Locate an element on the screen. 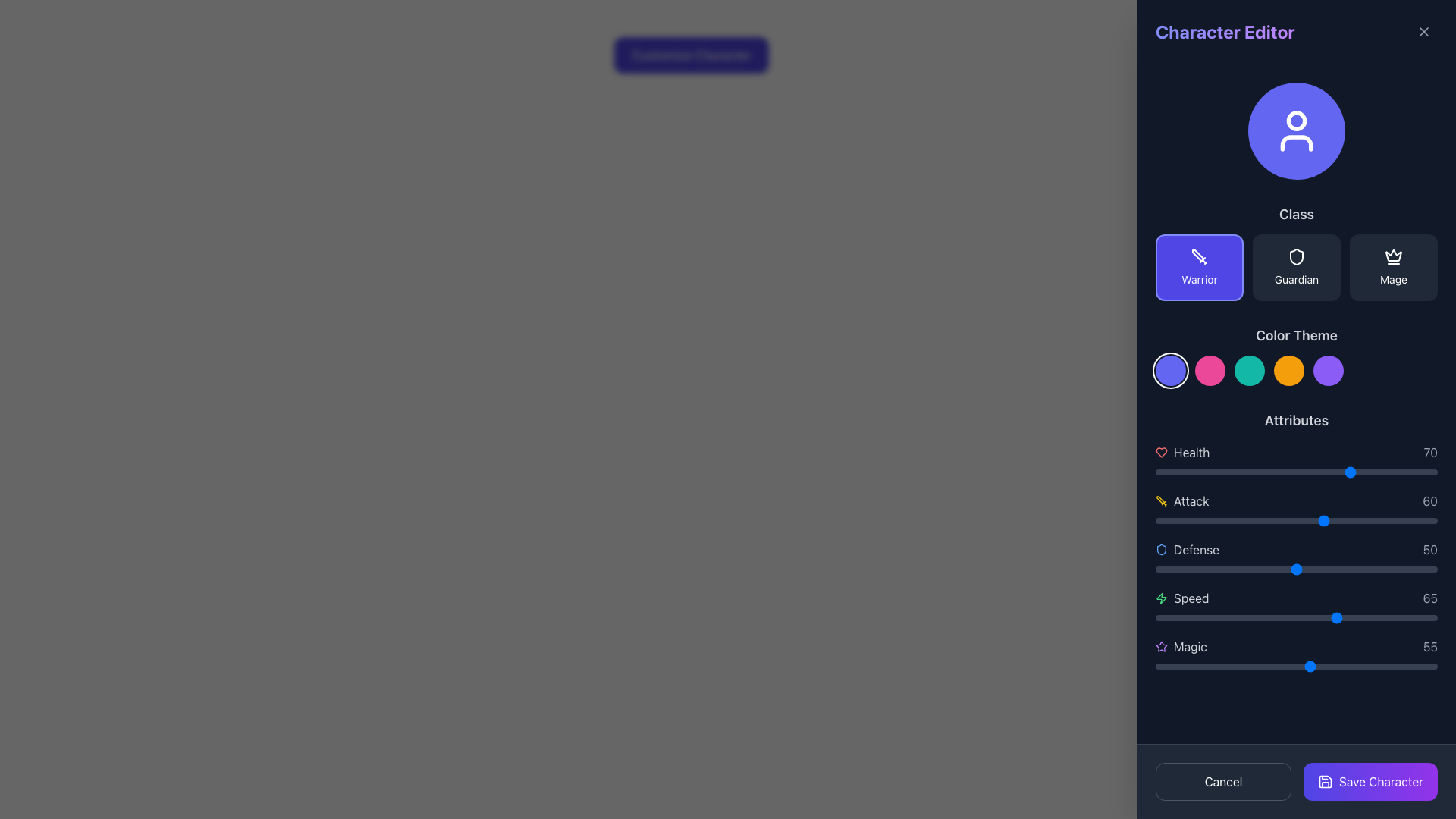  the color options in the 'Color Theme' selection section is located at coordinates (1295, 356).